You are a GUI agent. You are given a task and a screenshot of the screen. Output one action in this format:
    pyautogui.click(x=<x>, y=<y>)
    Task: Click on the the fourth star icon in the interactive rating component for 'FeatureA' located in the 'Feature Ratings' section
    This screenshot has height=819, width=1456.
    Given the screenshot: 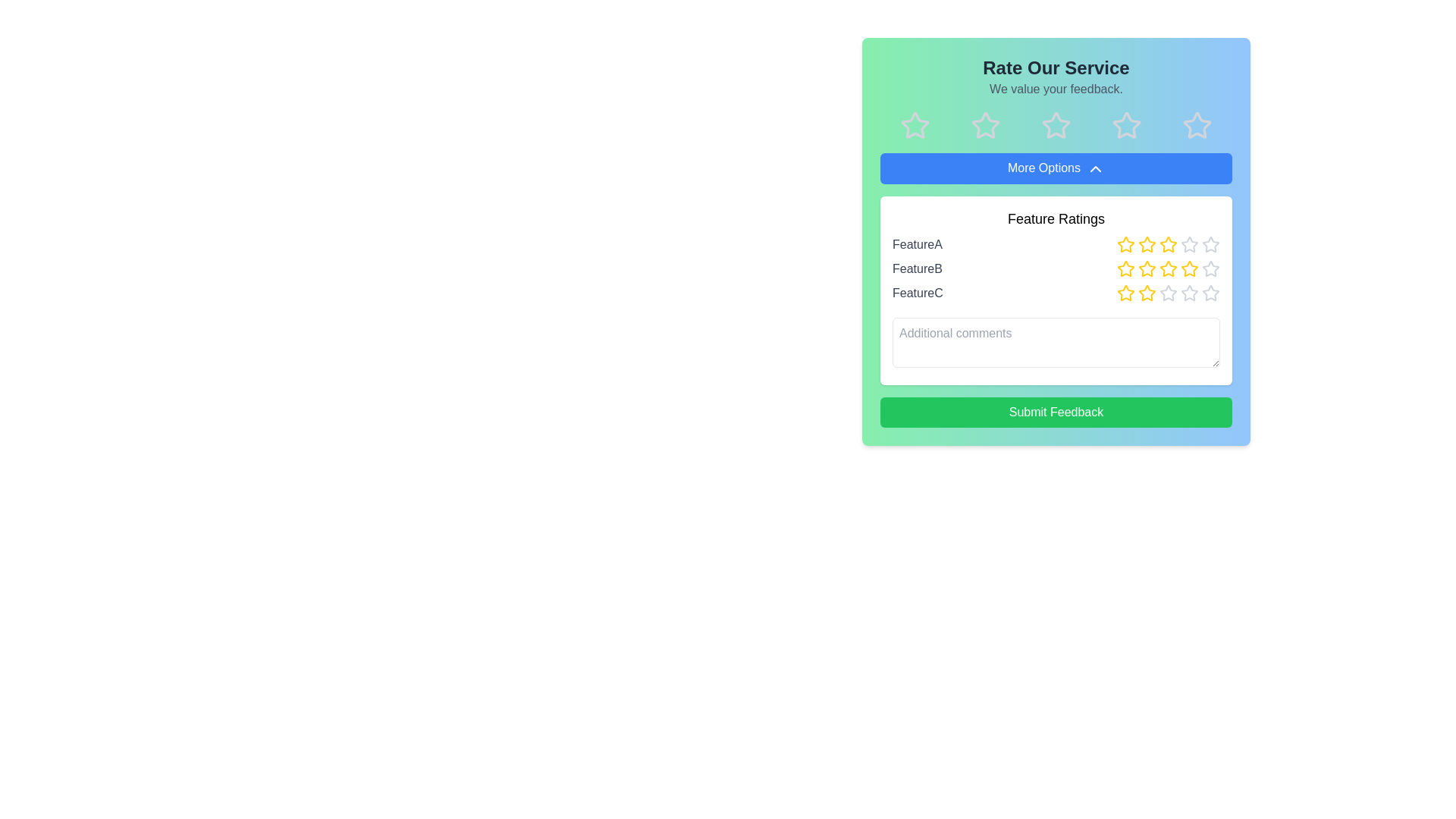 What is the action you would take?
    pyautogui.click(x=1167, y=243)
    